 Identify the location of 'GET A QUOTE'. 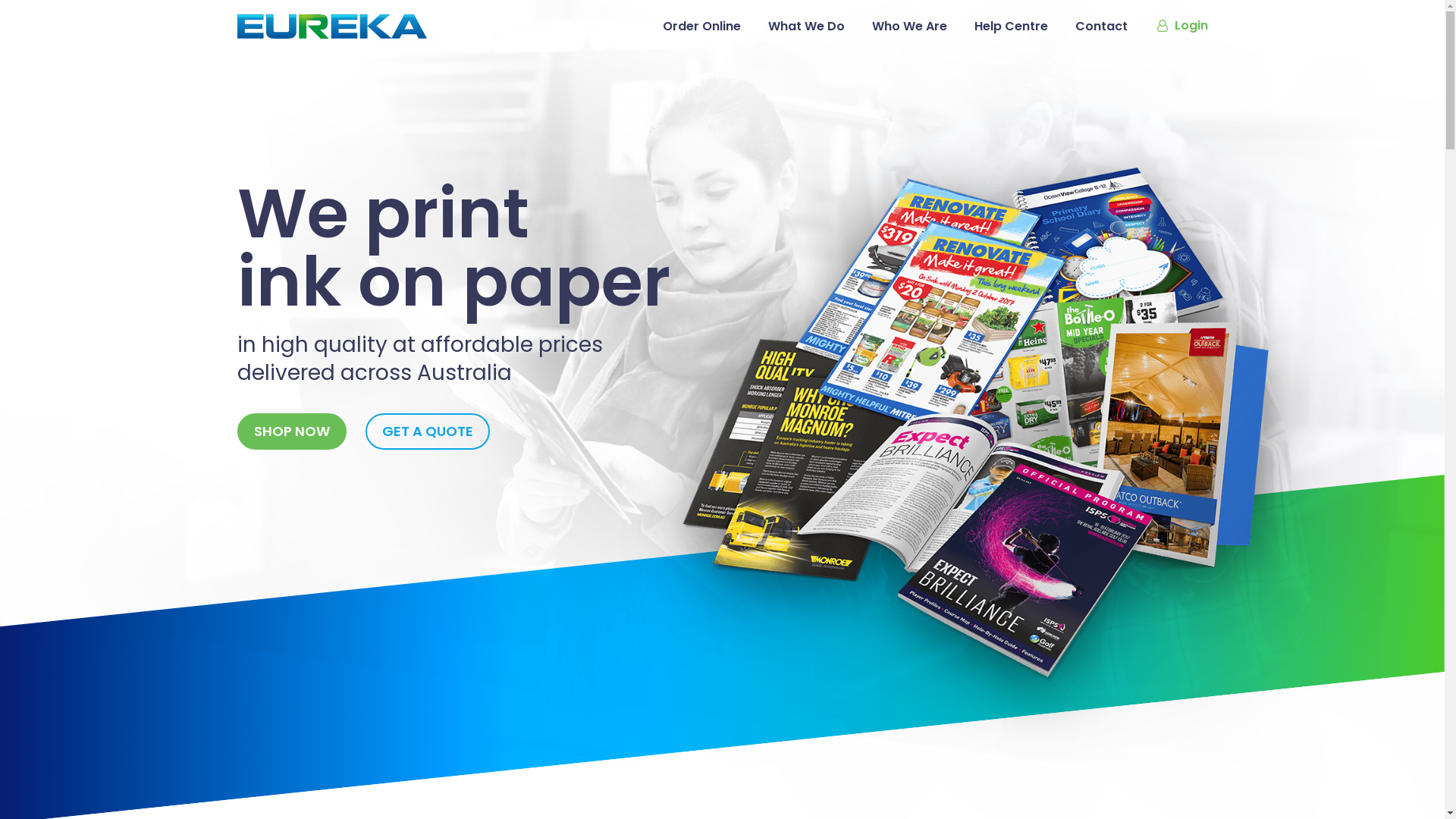
(427, 431).